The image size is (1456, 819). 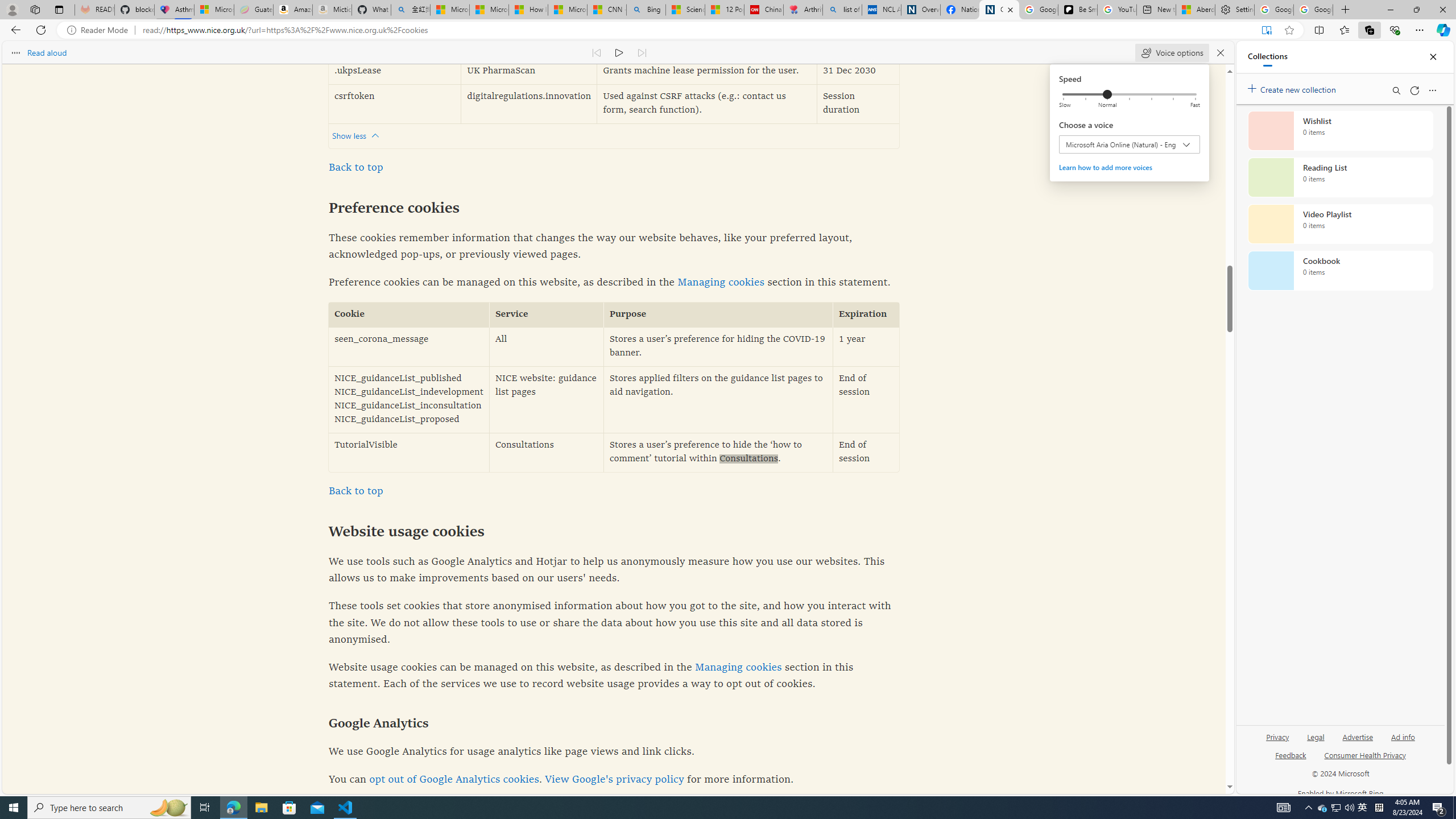 What do you see at coordinates (596, 52) in the screenshot?
I see `'Read previous paragraph'` at bounding box center [596, 52].